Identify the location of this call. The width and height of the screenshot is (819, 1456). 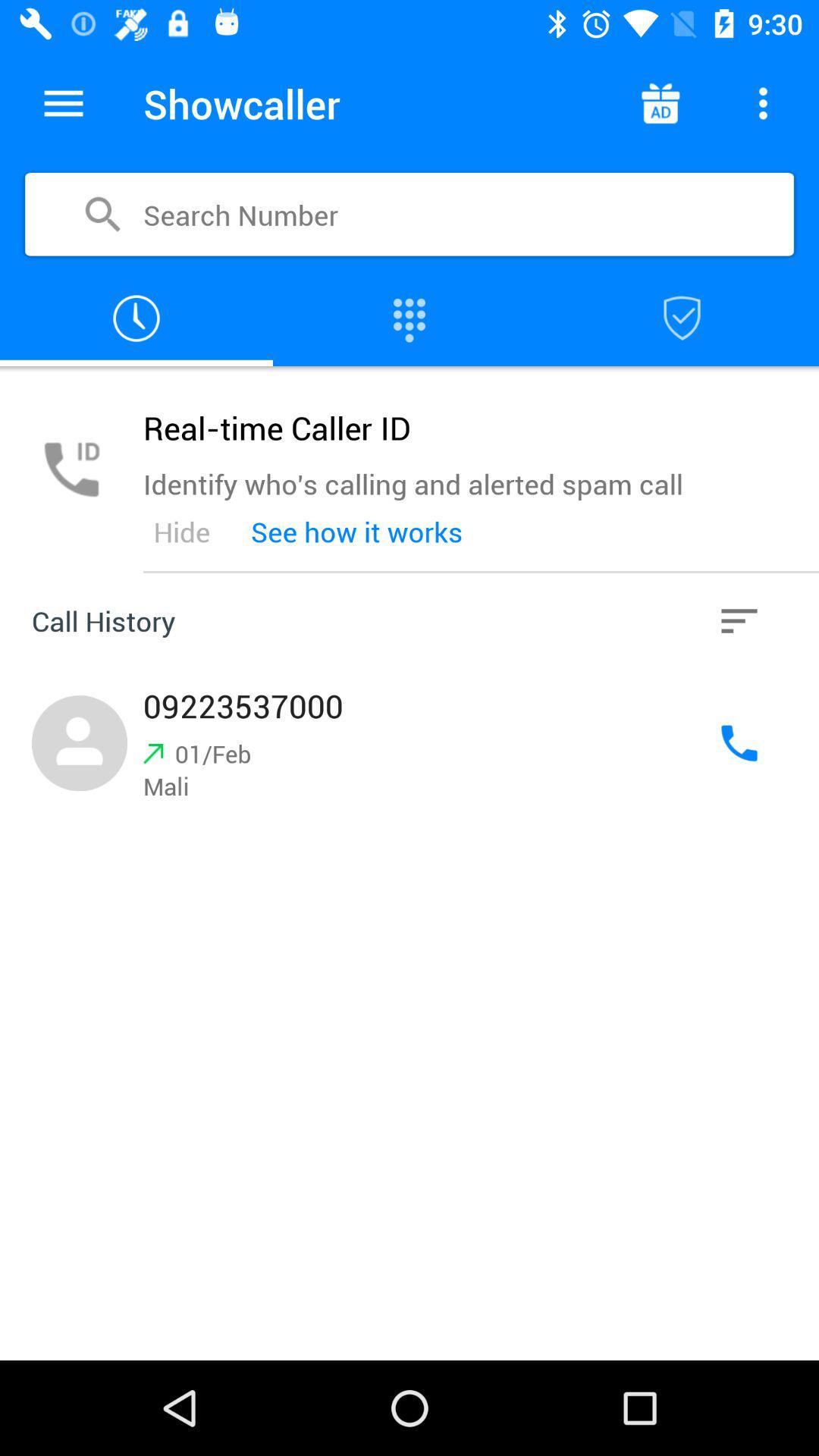
(409, 743).